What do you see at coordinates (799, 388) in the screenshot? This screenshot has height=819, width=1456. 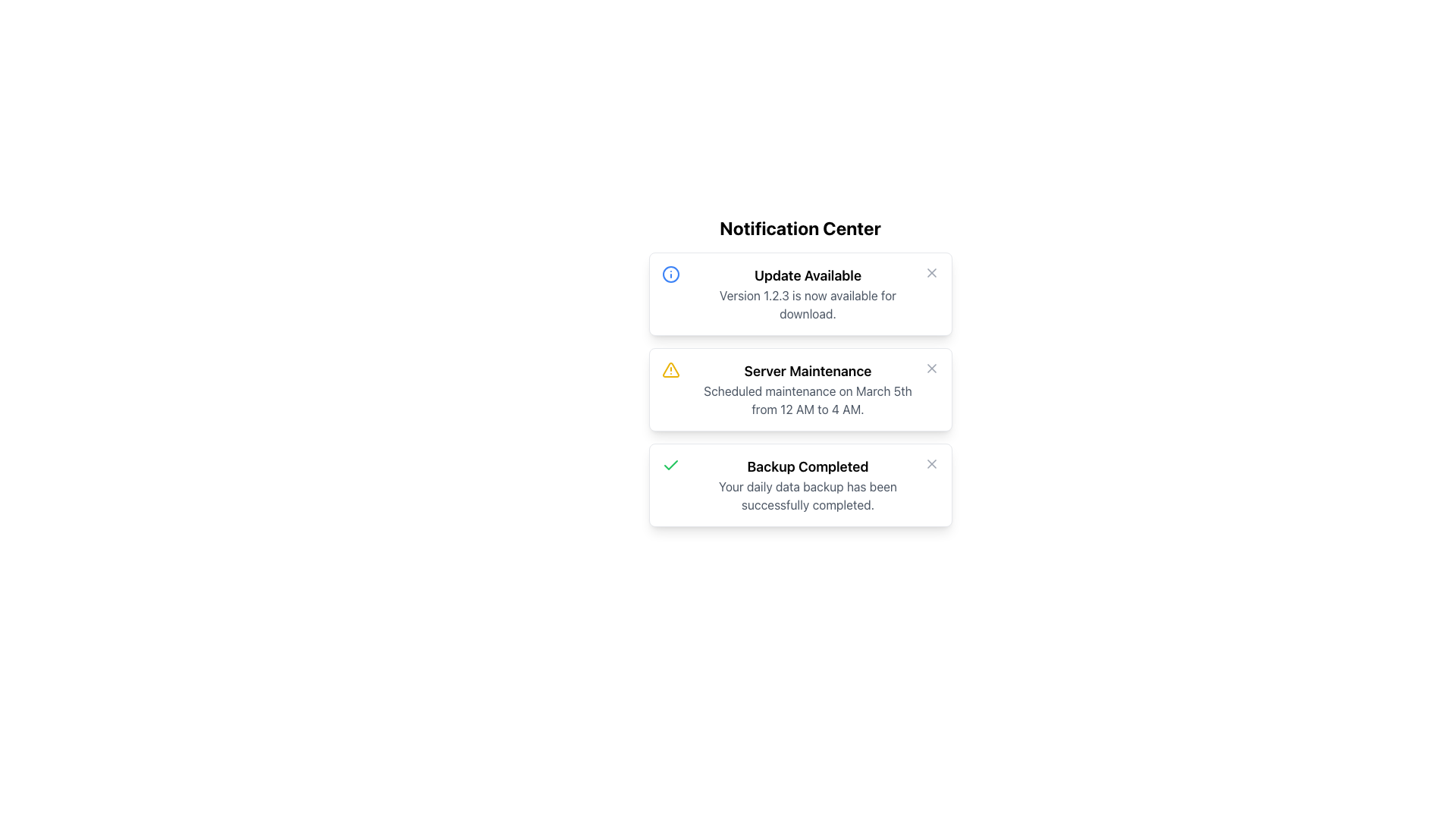 I see `the notification in the Notification Box titled 'Server Maintenance' which contains a warning icon and a description about scheduled maintenance` at bounding box center [799, 388].